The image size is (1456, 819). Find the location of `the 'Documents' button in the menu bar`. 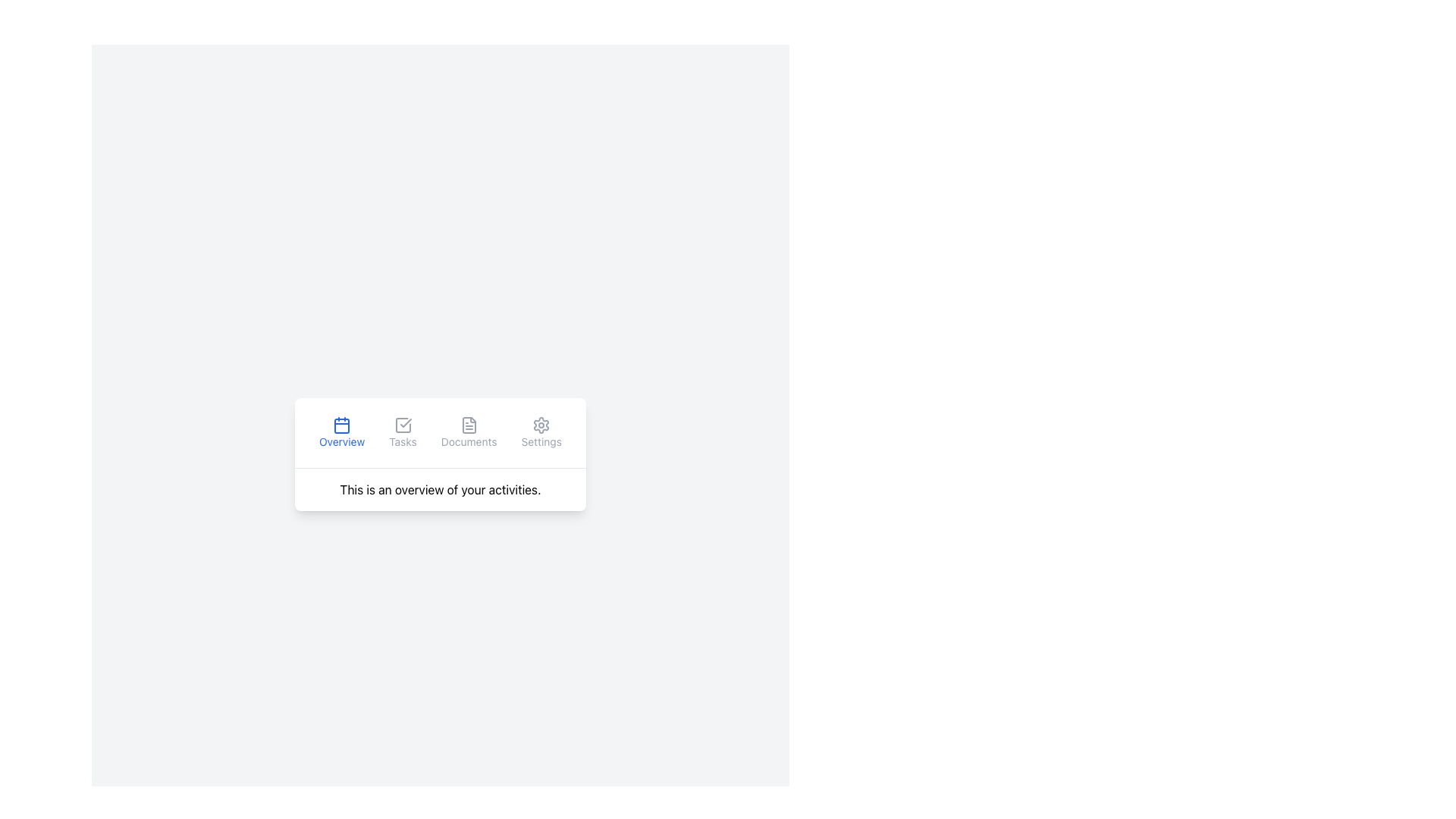

the 'Documents' button in the menu bar is located at coordinates (468, 441).